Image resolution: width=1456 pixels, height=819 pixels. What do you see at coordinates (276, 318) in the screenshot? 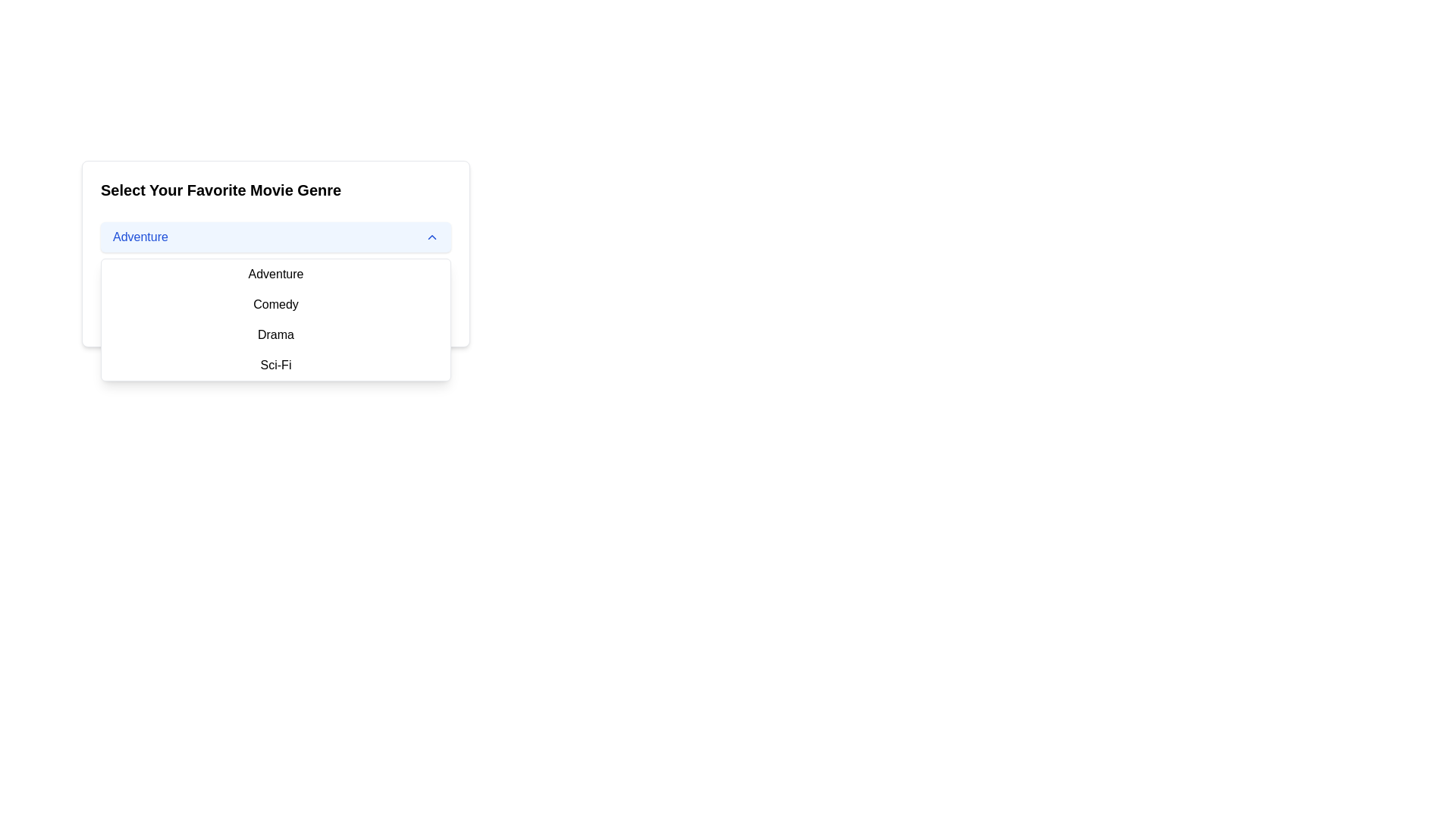
I see `the 'Comedy' option in the dropdown menu located below the 'Adventure' button, which contains movie genres such as 'Adventure', 'Comedy', 'Drama', and 'Sci-Fi'` at bounding box center [276, 318].